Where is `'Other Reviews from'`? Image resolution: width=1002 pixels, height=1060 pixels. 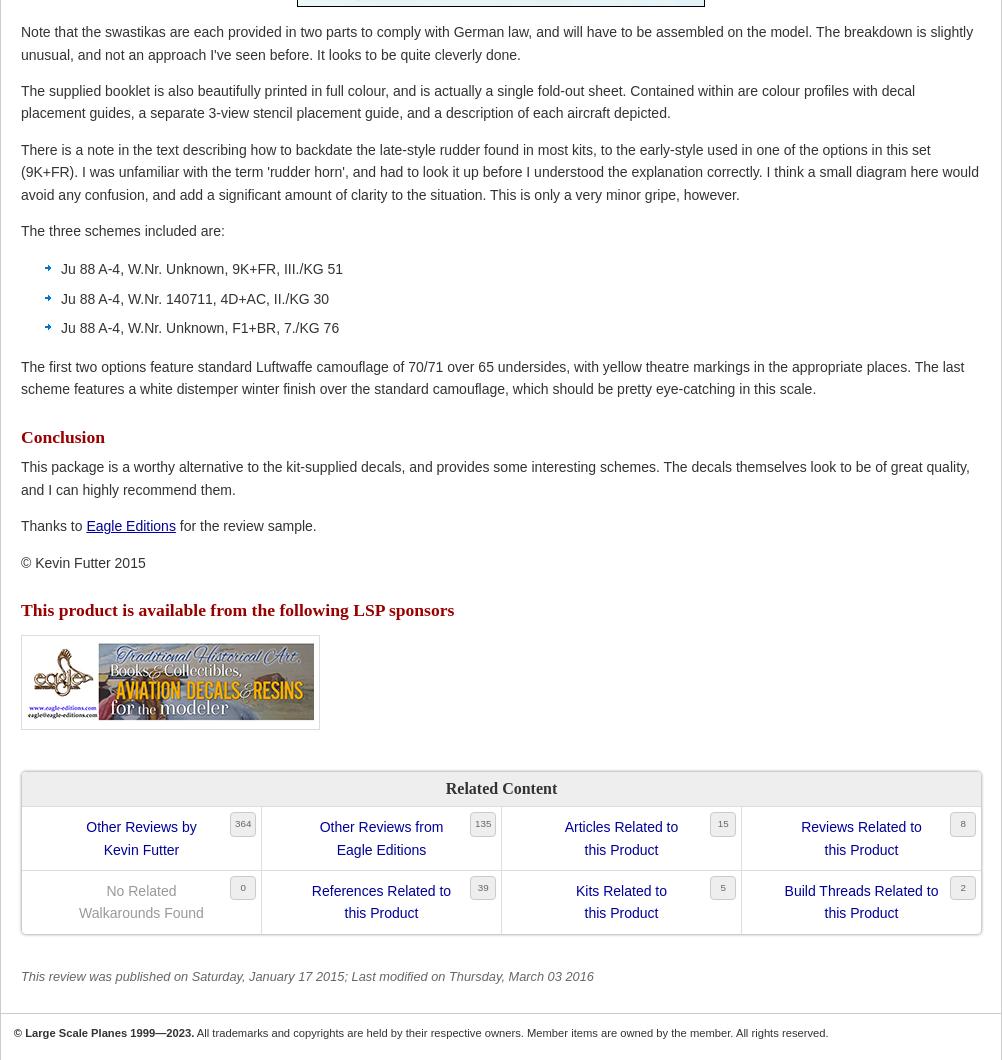 'Other Reviews from' is located at coordinates (380, 827).